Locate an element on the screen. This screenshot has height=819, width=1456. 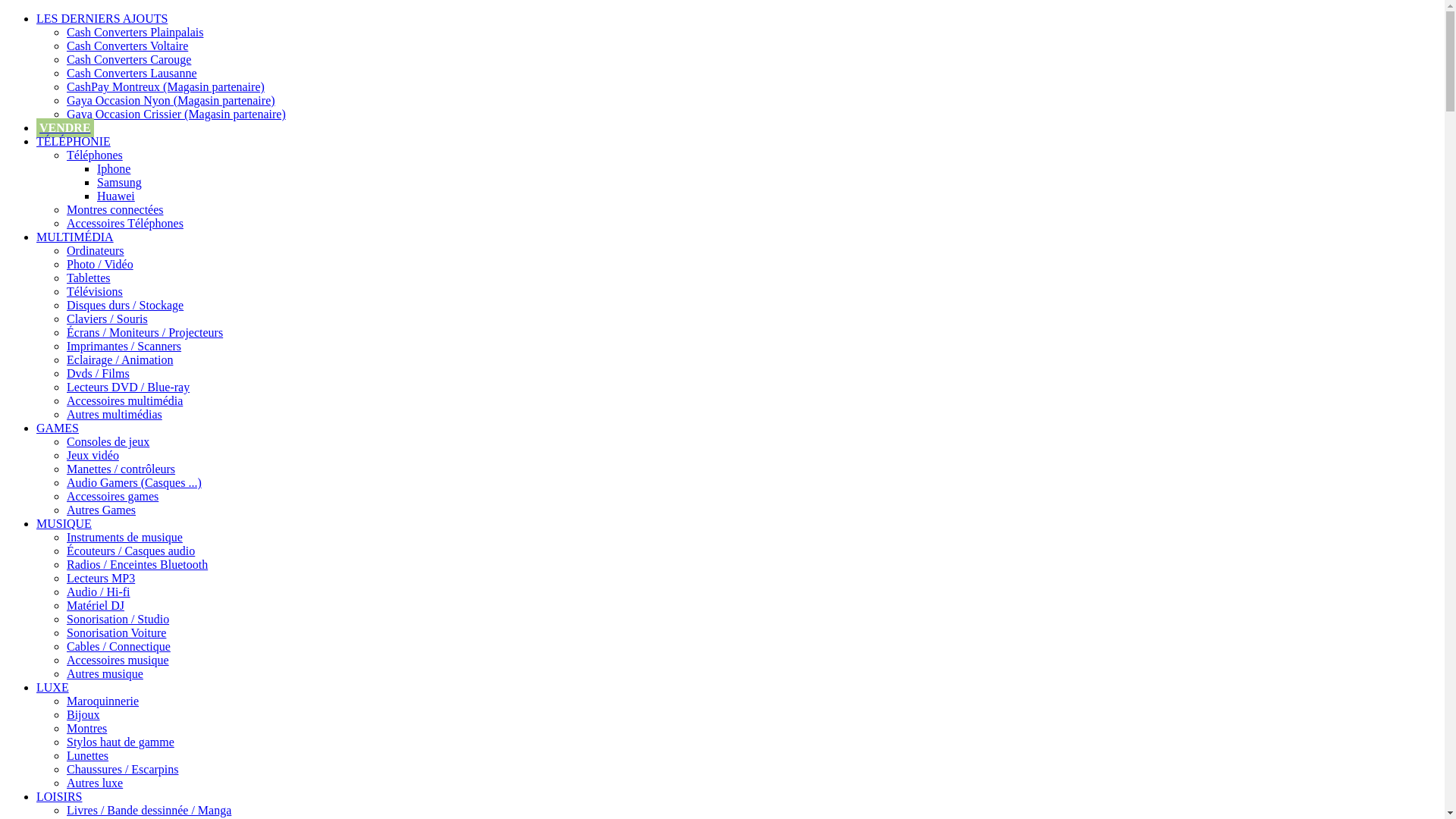
'Eclairage / Animation' is located at coordinates (119, 359).